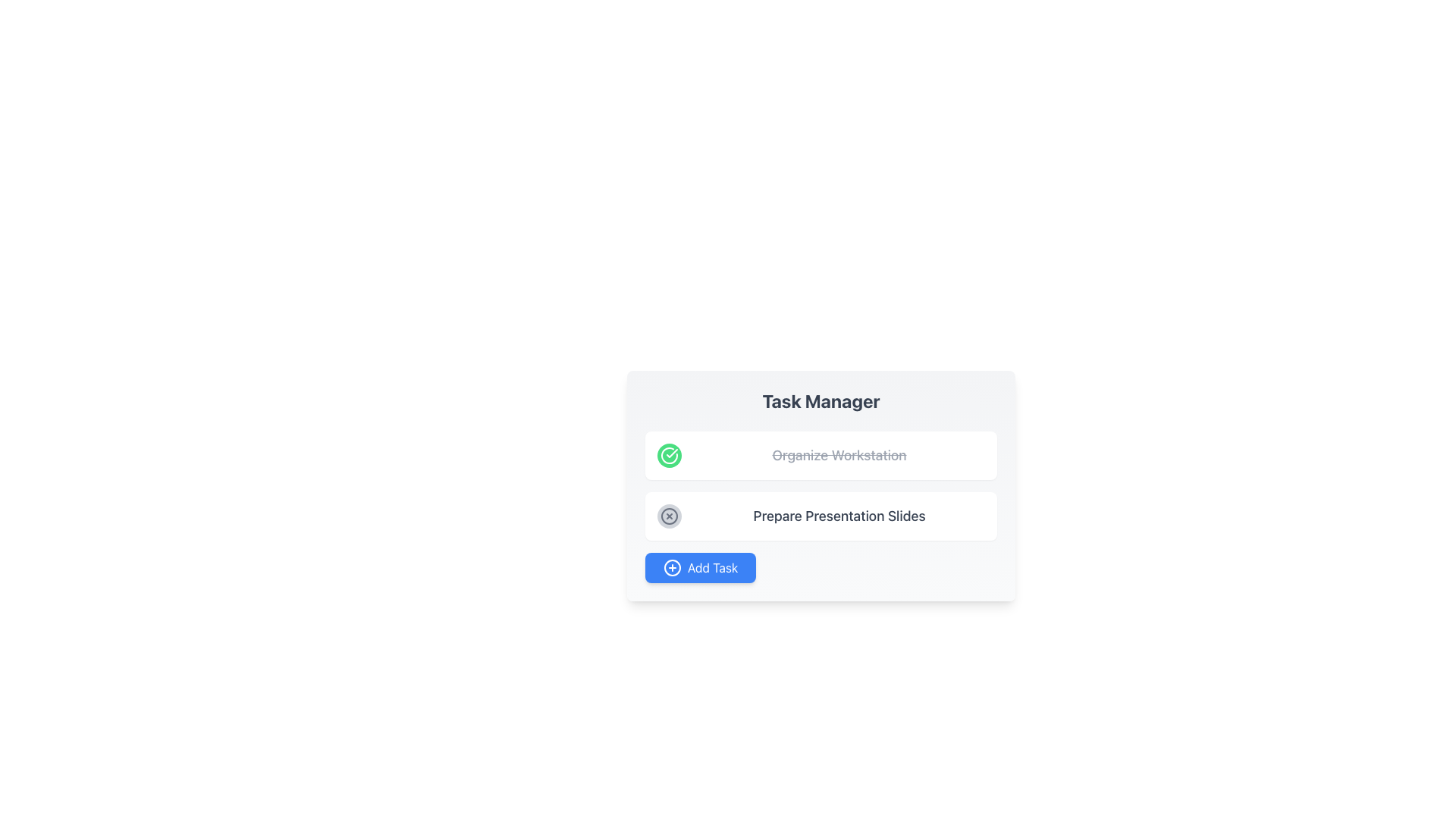  I want to click on the dismissable action button located to the left of the 'Prepare Presentation Slides' text, so click(669, 516).